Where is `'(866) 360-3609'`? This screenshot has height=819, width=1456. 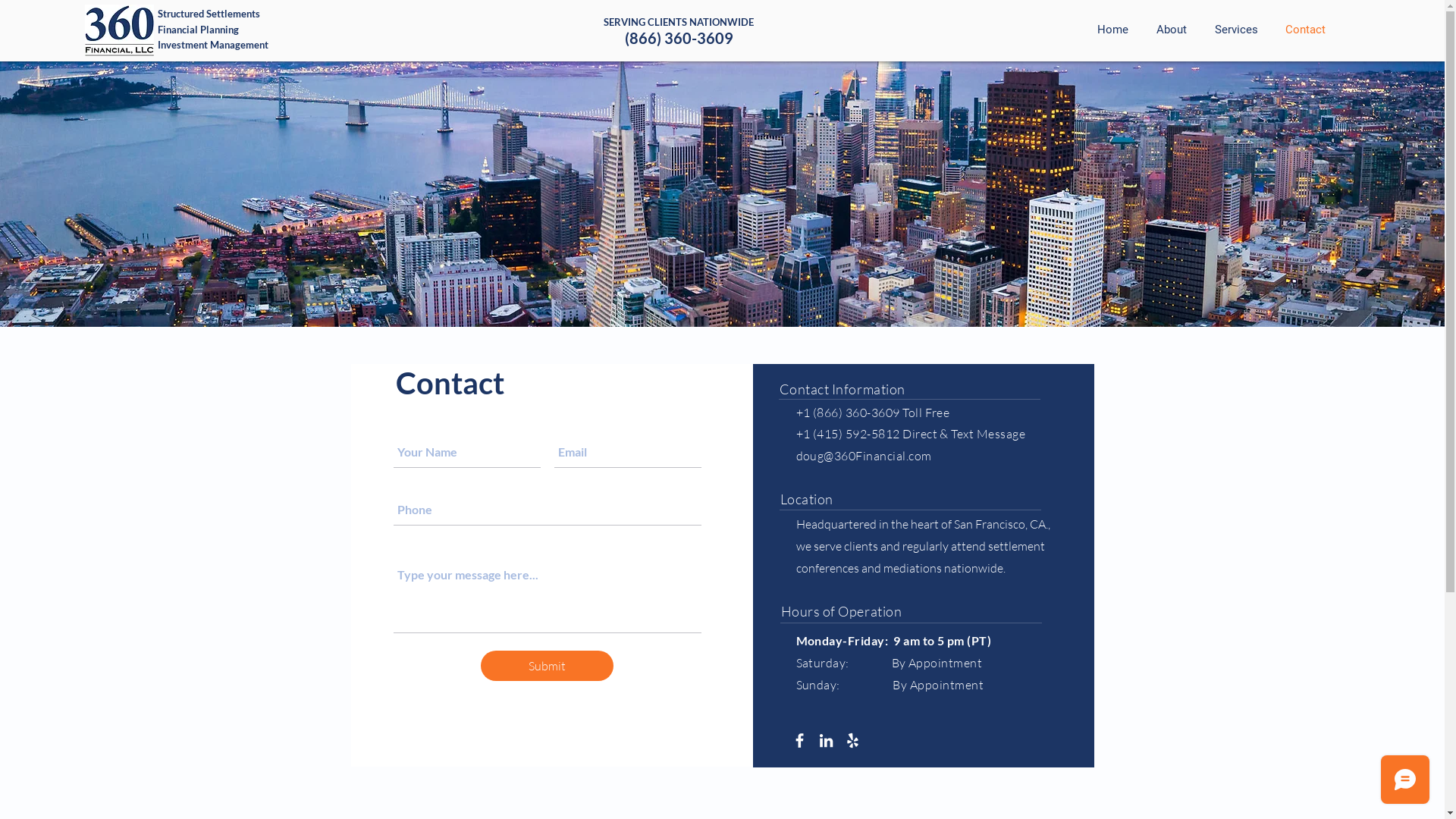 '(866) 360-3609' is located at coordinates (678, 37).